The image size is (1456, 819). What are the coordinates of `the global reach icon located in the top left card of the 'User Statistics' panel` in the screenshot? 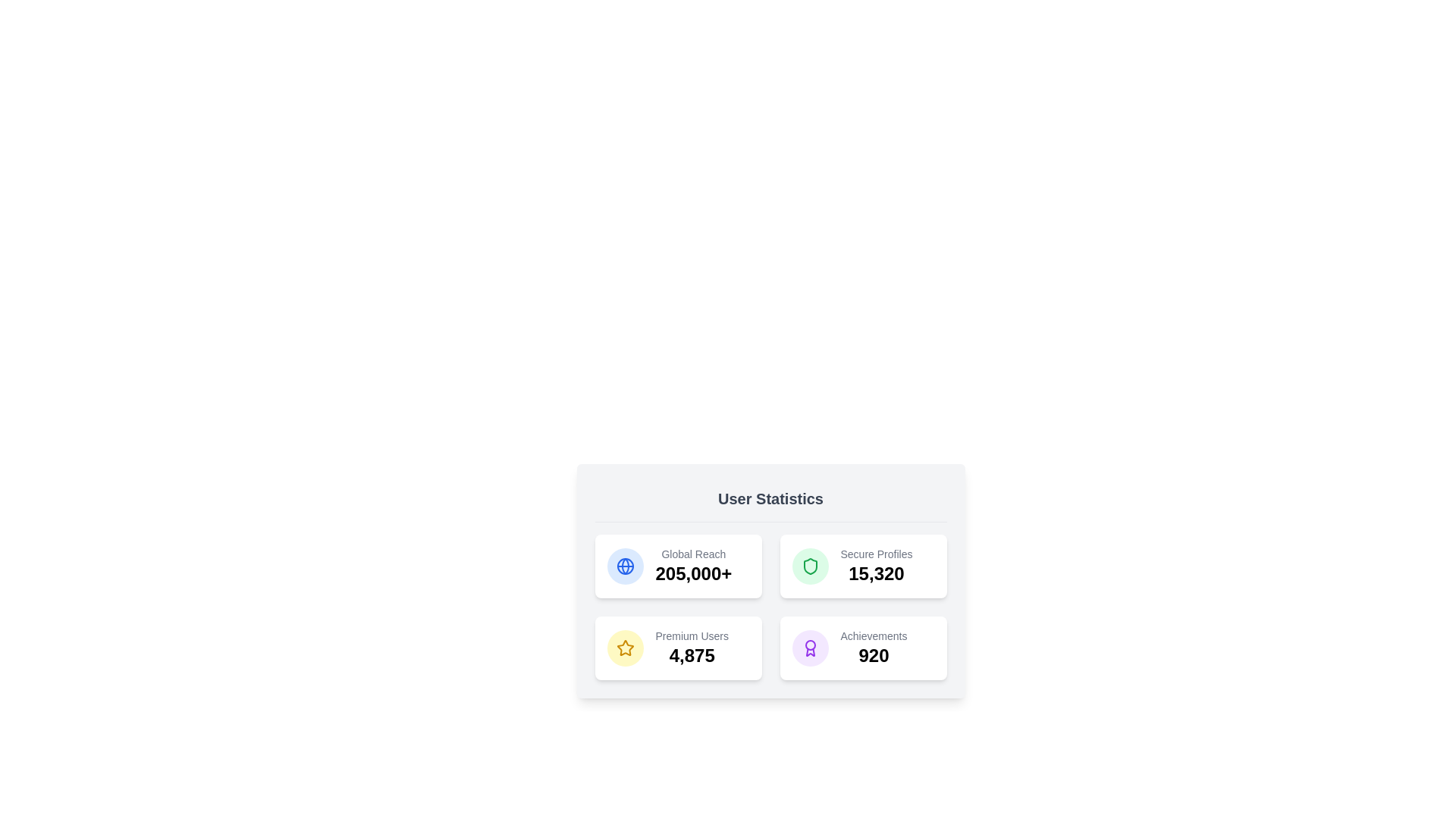 It's located at (625, 566).